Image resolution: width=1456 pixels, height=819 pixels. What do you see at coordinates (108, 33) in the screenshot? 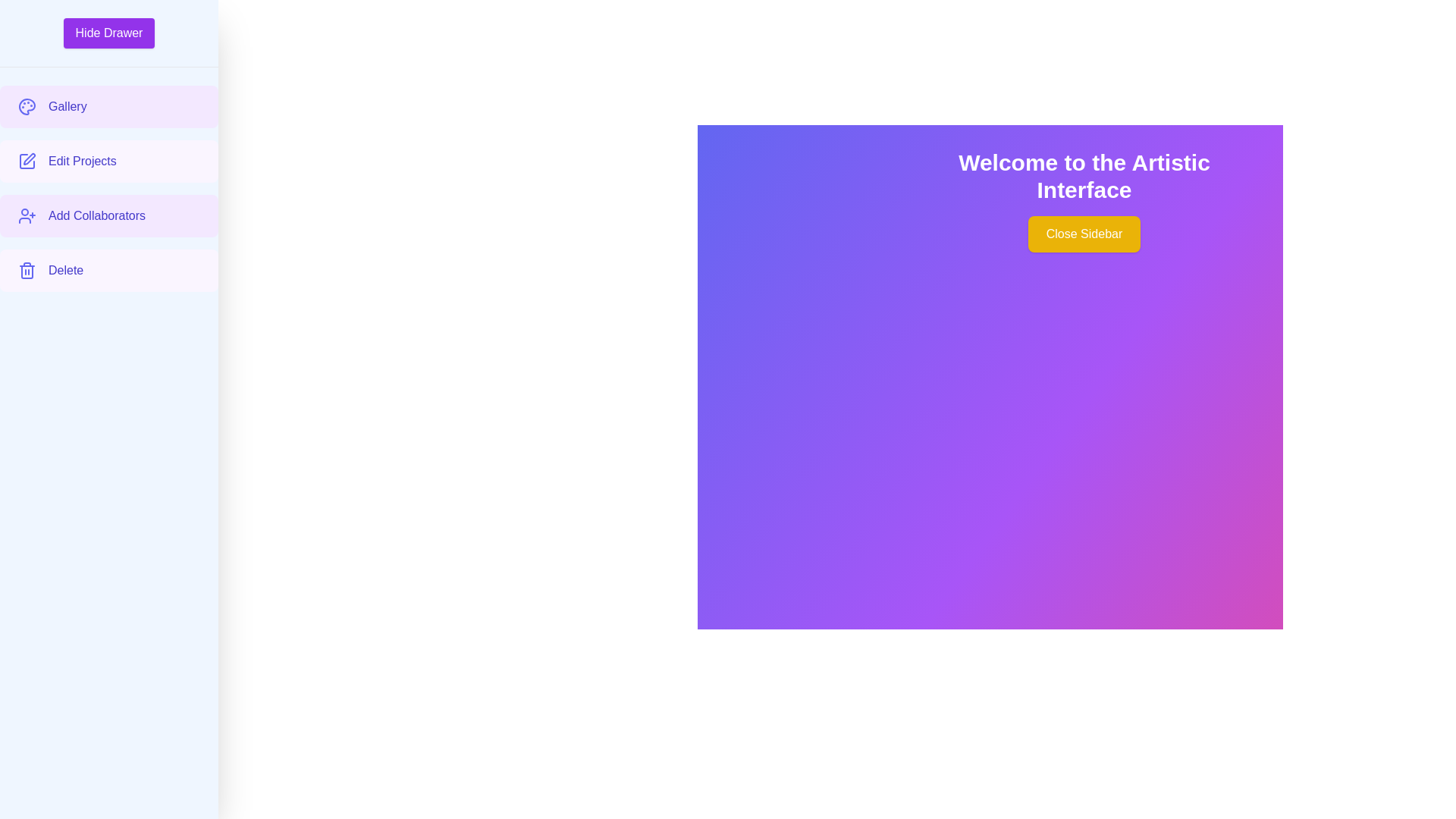
I see `'Hide Drawer' button to toggle the sidebar visibility` at bounding box center [108, 33].